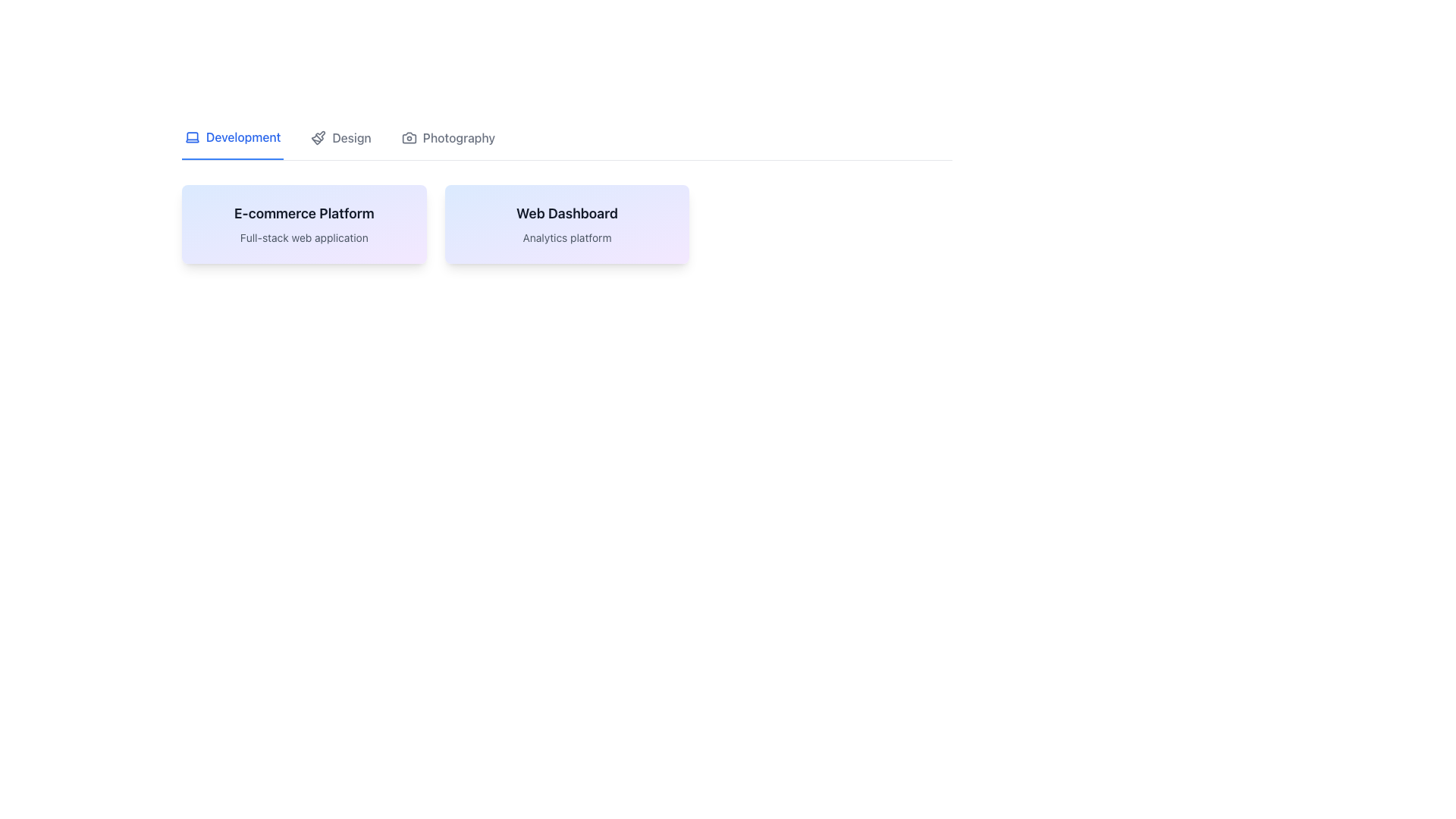 Image resolution: width=1456 pixels, height=819 pixels. What do you see at coordinates (409, 137) in the screenshot?
I see `the Photography icon in the navigation bar, which is the first element preceding the text 'Photography'` at bounding box center [409, 137].